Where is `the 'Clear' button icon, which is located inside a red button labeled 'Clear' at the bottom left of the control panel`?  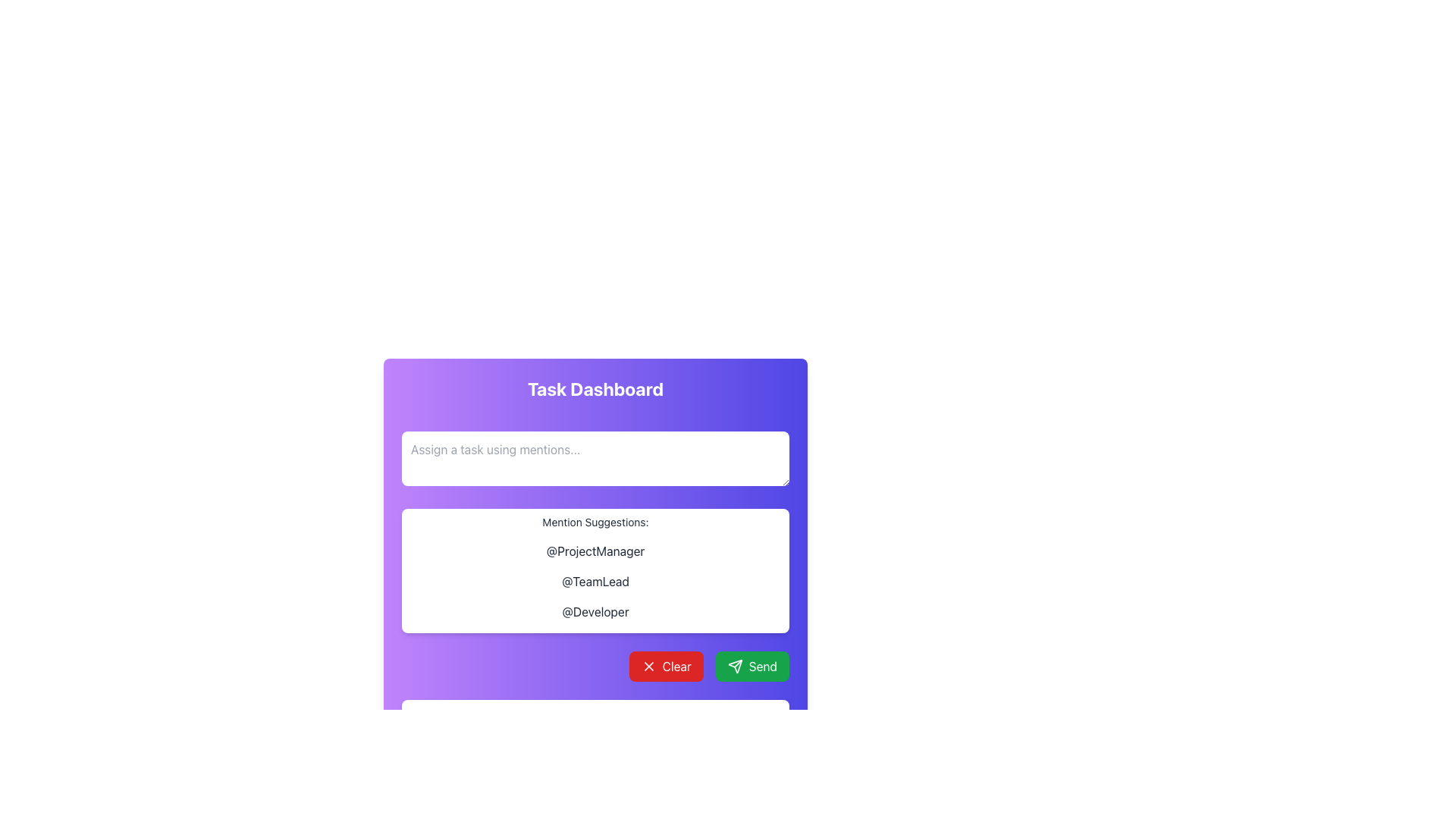
the 'Clear' button icon, which is located inside a red button labeled 'Clear' at the bottom left of the control panel is located at coordinates (648, 666).